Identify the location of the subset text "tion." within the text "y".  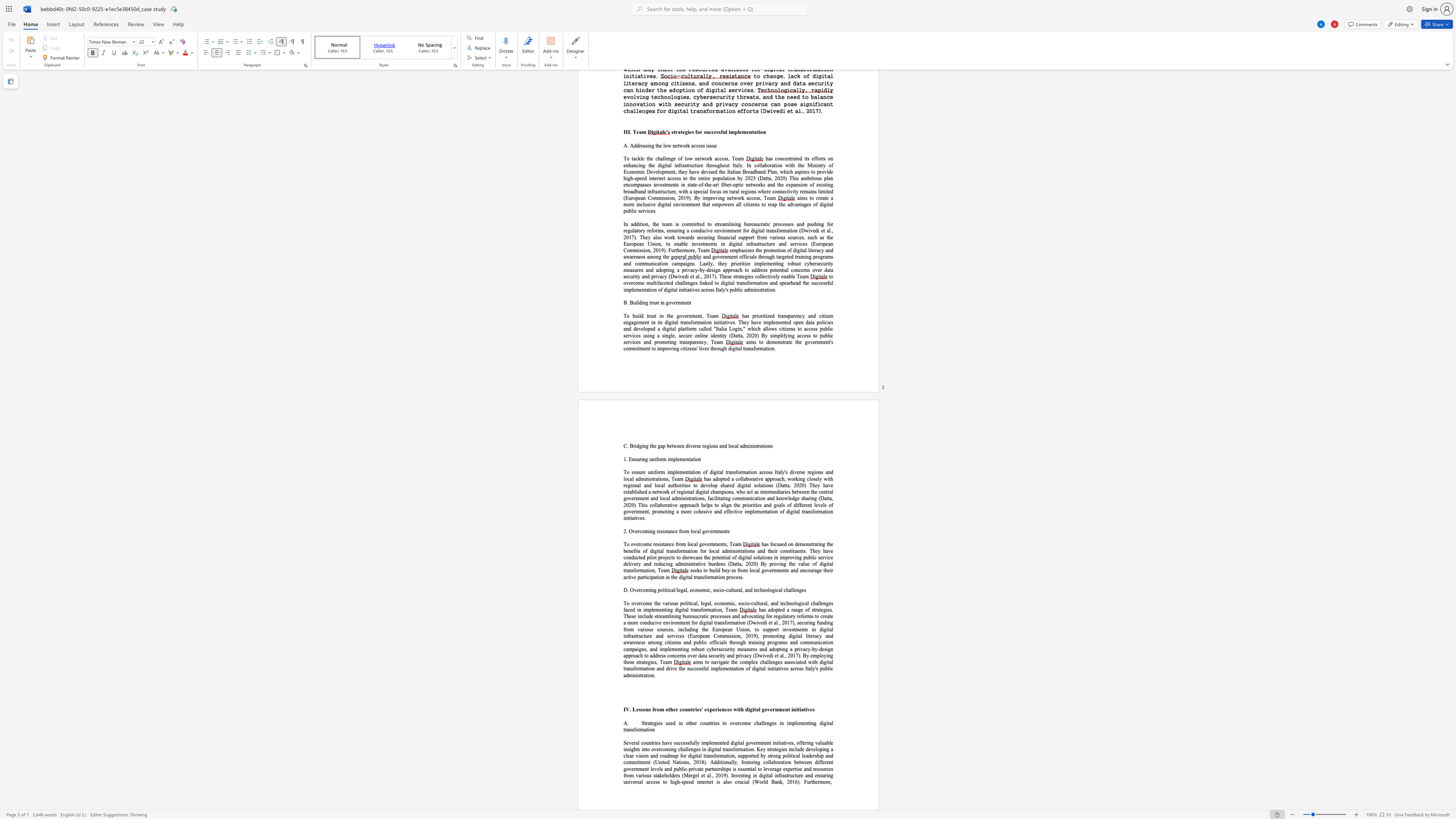
(645, 675).